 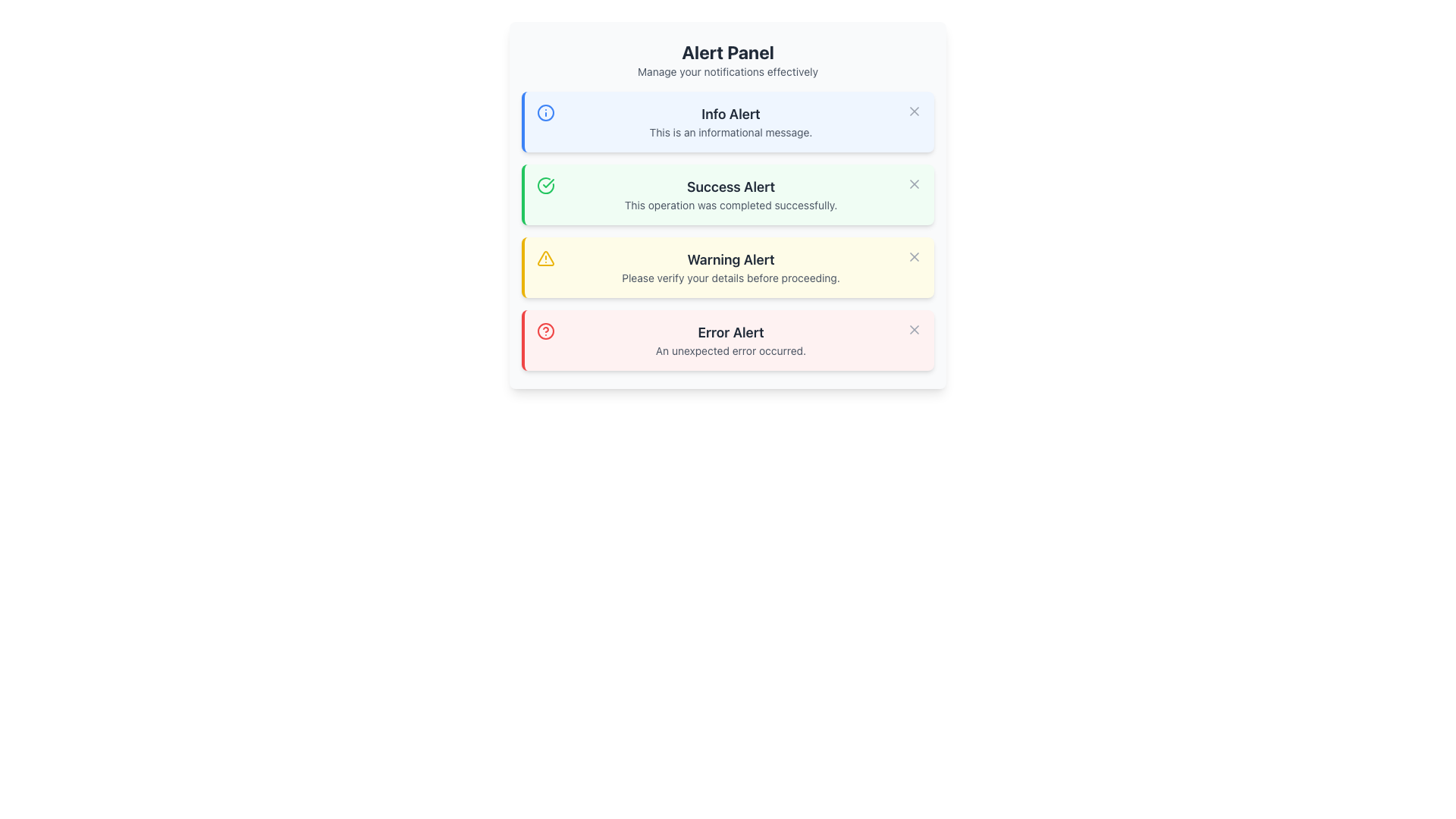 What do you see at coordinates (731, 205) in the screenshot?
I see `the text message 'This operation was completed successfully.' located beneath the title 'Success Alert' in the green-highlighted notification panel` at bounding box center [731, 205].